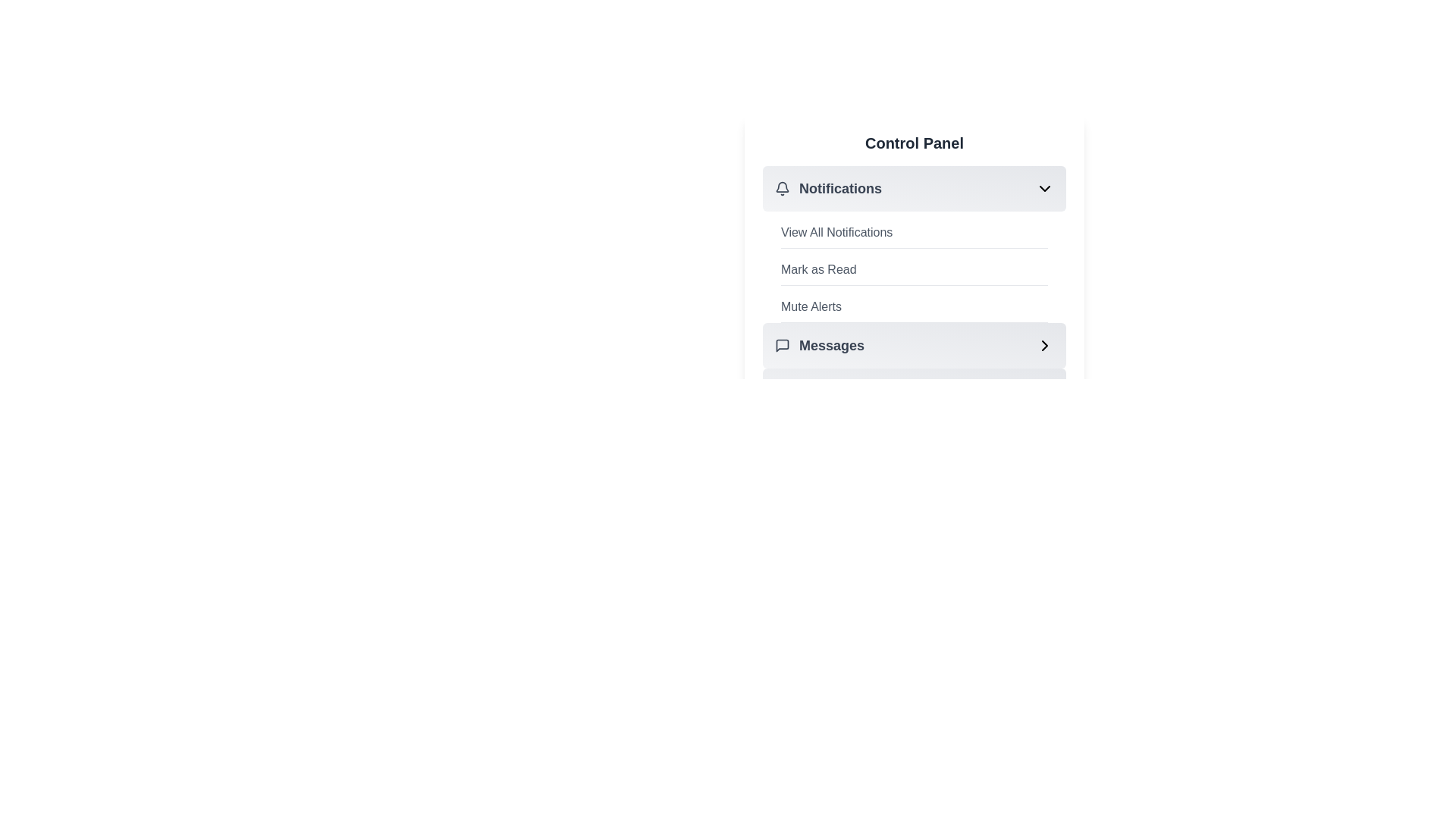  What do you see at coordinates (913, 188) in the screenshot?
I see `the dropdown button to manage notifications, which is the first and most prominent item in the group located at the top of the section` at bounding box center [913, 188].